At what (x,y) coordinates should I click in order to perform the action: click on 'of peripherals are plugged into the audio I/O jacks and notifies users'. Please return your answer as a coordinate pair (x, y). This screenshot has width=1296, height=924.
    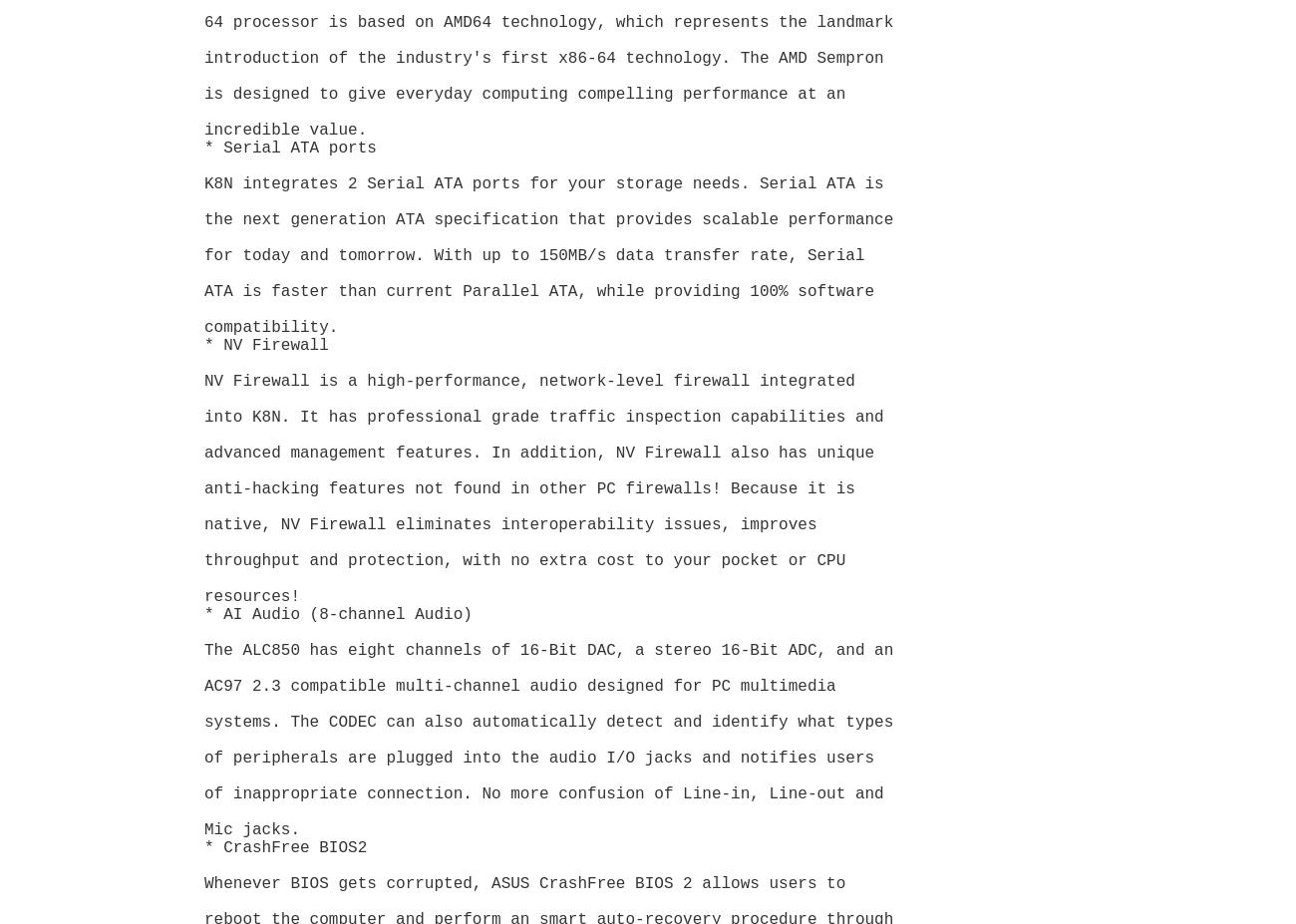
    Looking at the image, I should click on (542, 757).